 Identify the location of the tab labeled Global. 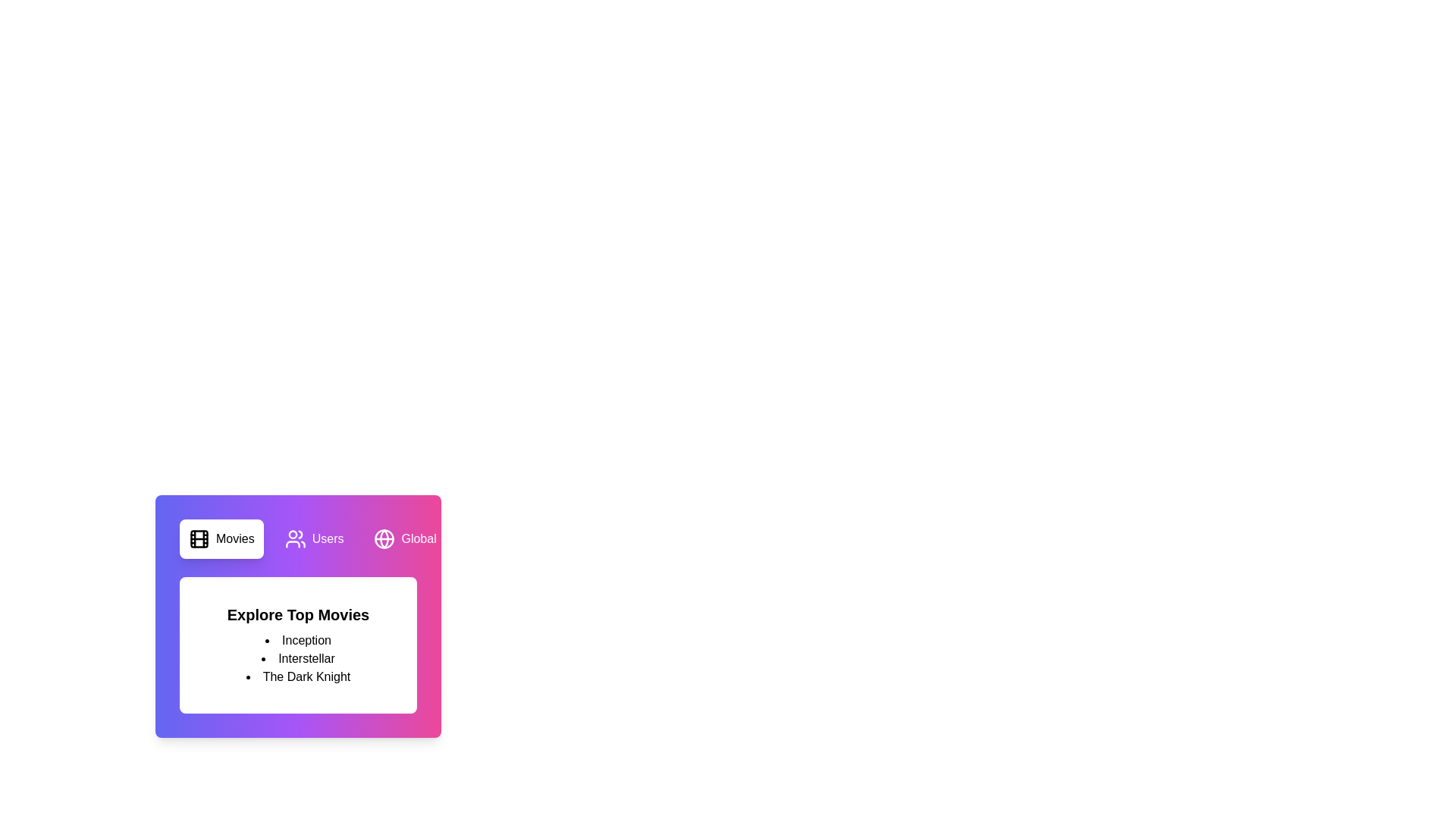
(404, 538).